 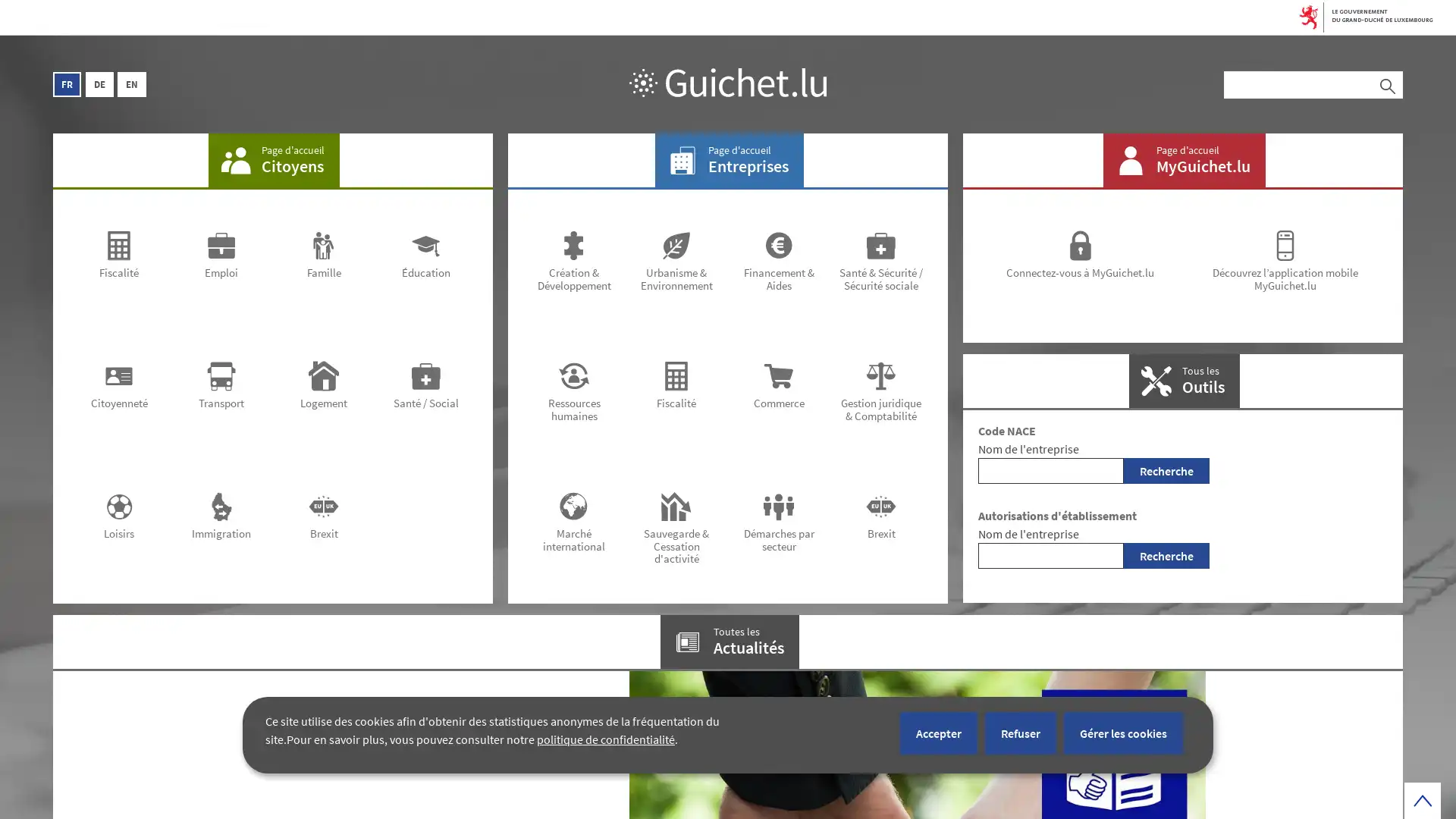 I want to click on Recherche, so click(x=1165, y=555).